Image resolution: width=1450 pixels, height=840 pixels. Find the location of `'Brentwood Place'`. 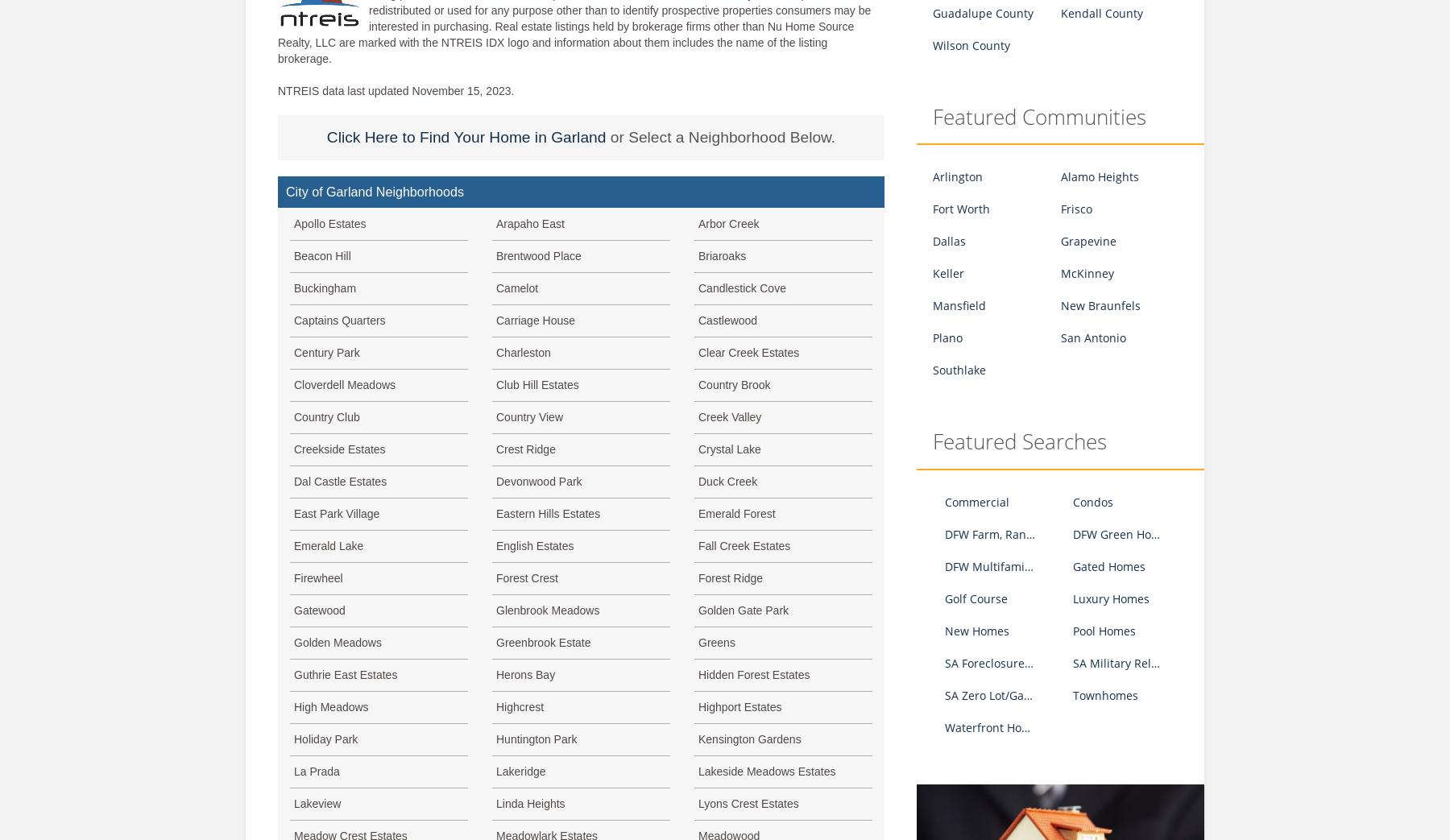

'Brentwood Place' is located at coordinates (538, 255).